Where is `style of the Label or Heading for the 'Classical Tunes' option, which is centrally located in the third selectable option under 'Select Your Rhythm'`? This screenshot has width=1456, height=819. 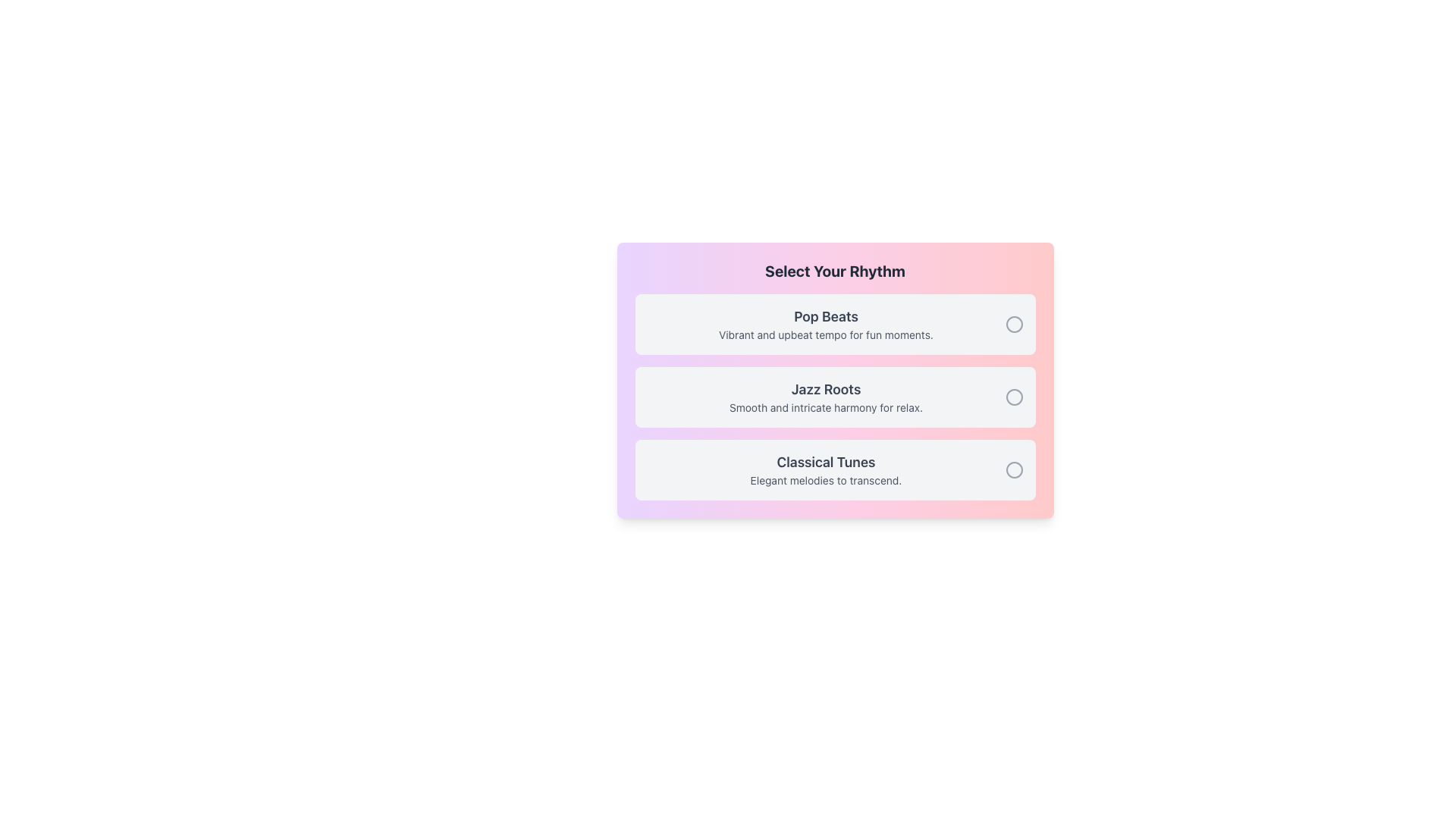 style of the Label or Heading for the 'Classical Tunes' option, which is centrally located in the third selectable option under 'Select Your Rhythm' is located at coordinates (825, 461).